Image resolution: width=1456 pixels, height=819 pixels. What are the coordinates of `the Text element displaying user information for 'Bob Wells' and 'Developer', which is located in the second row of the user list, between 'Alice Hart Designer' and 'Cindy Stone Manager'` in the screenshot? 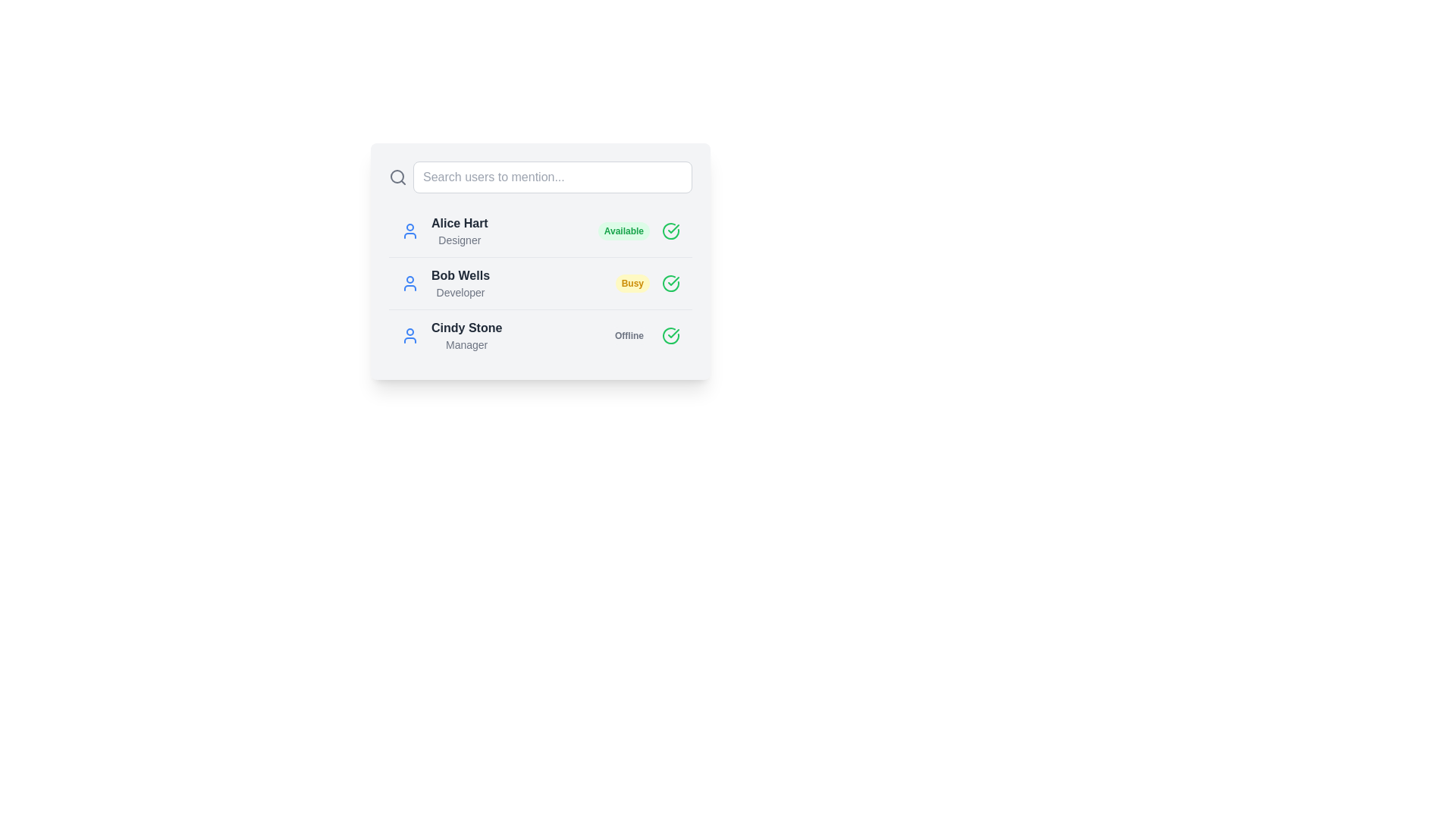 It's located at (460, 284).